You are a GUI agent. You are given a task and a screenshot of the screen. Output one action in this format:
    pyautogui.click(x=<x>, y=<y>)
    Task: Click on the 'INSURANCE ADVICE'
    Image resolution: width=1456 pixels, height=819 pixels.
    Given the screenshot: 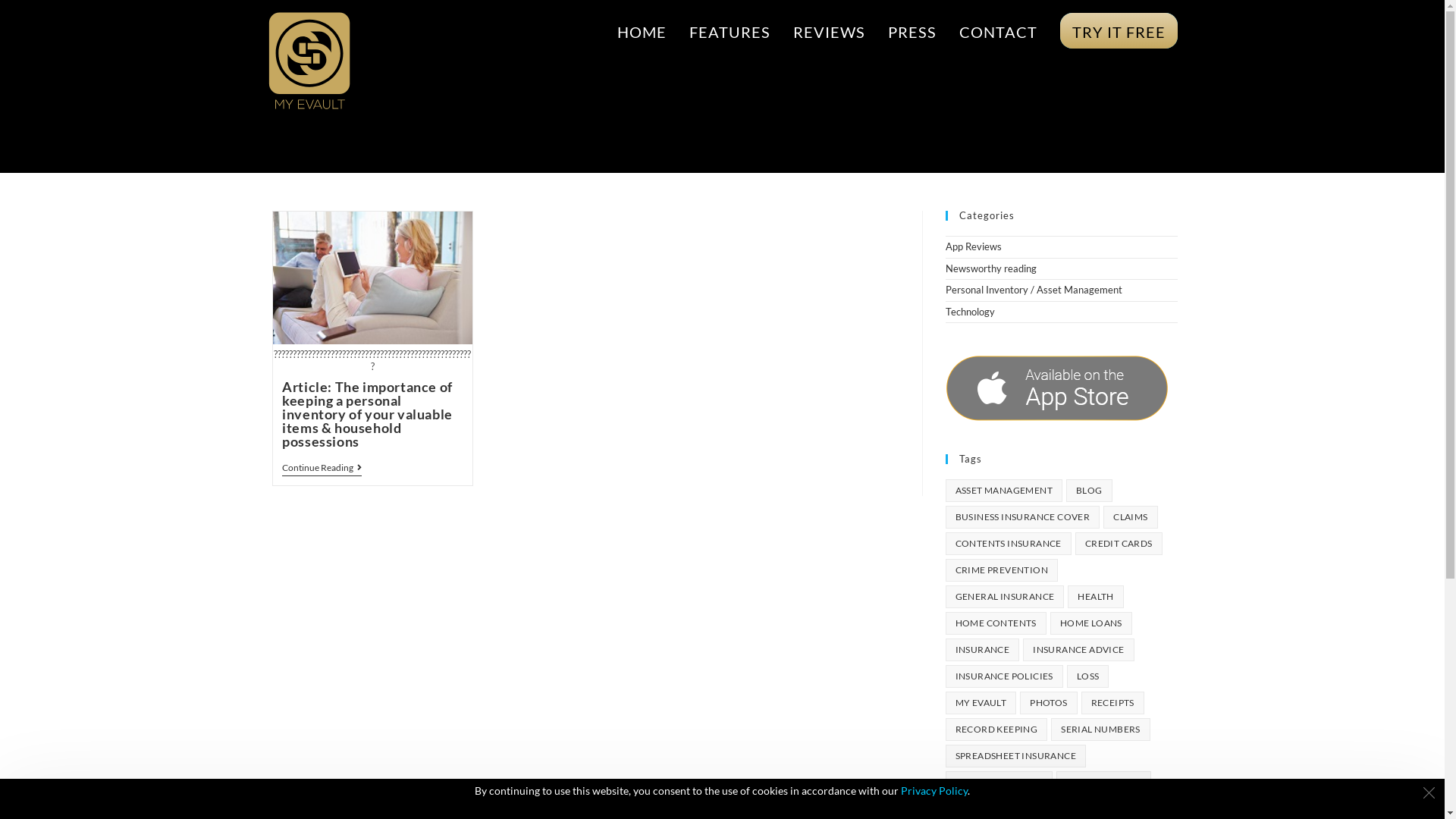 What is the action you would take?
    pyautogui.click(x=1077, y=648)
    